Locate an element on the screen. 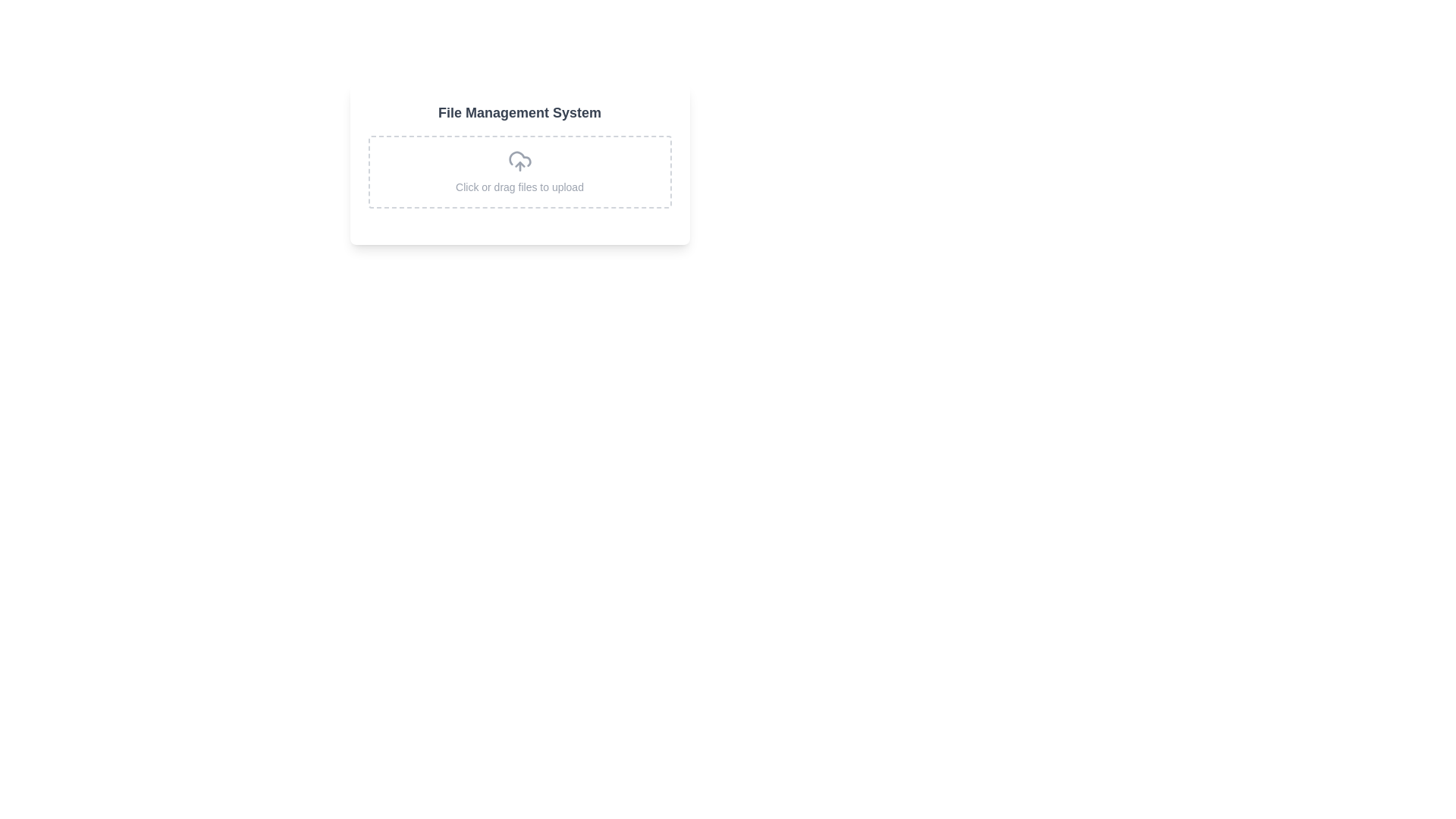  text 'File Management System' displayed prominently as a title at the top of the card layout is located at coordinates (519, 112).